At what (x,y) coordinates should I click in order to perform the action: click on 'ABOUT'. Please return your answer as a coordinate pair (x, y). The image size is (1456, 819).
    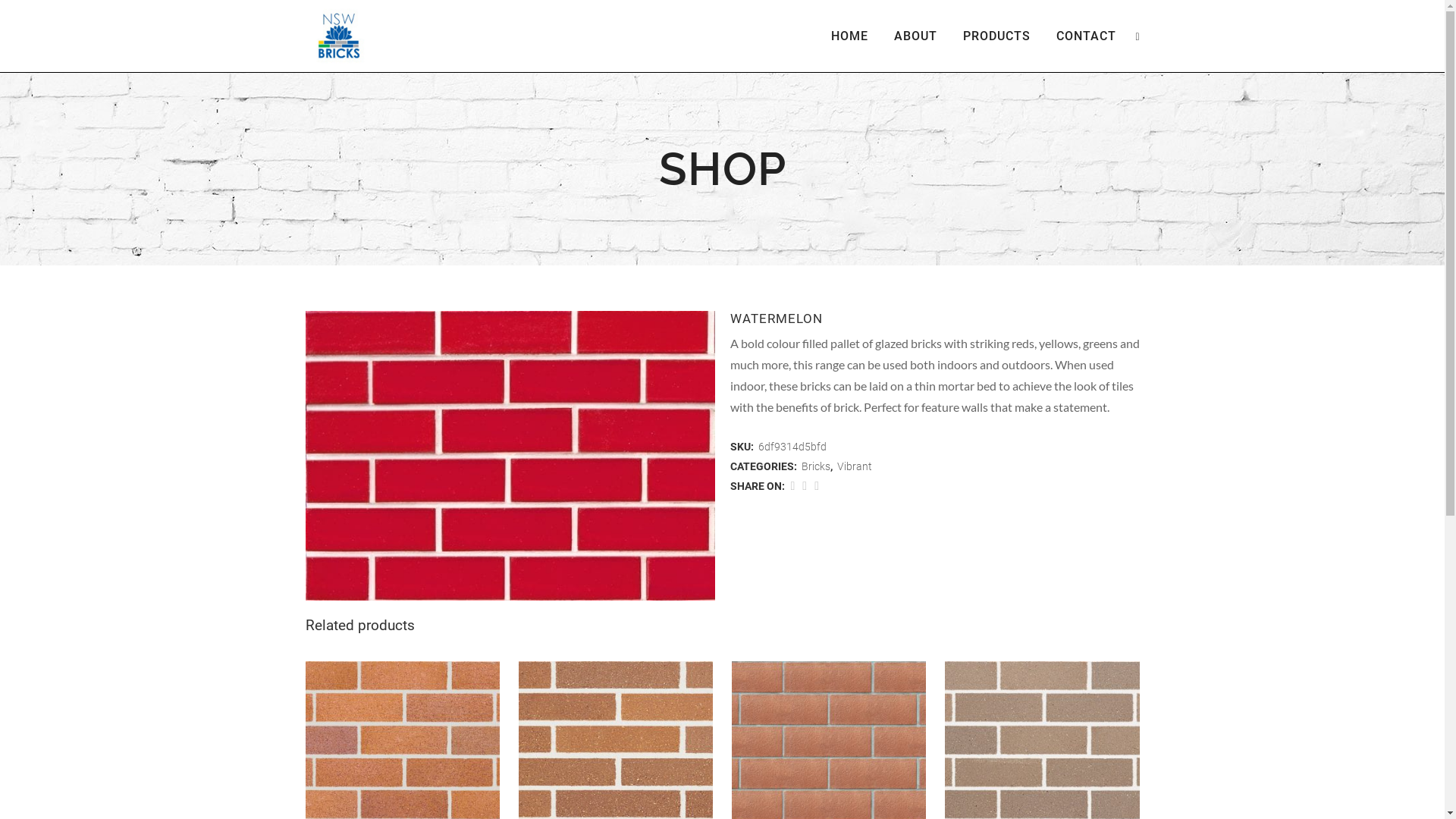
    Looking at the image, I should click on (915, 35).